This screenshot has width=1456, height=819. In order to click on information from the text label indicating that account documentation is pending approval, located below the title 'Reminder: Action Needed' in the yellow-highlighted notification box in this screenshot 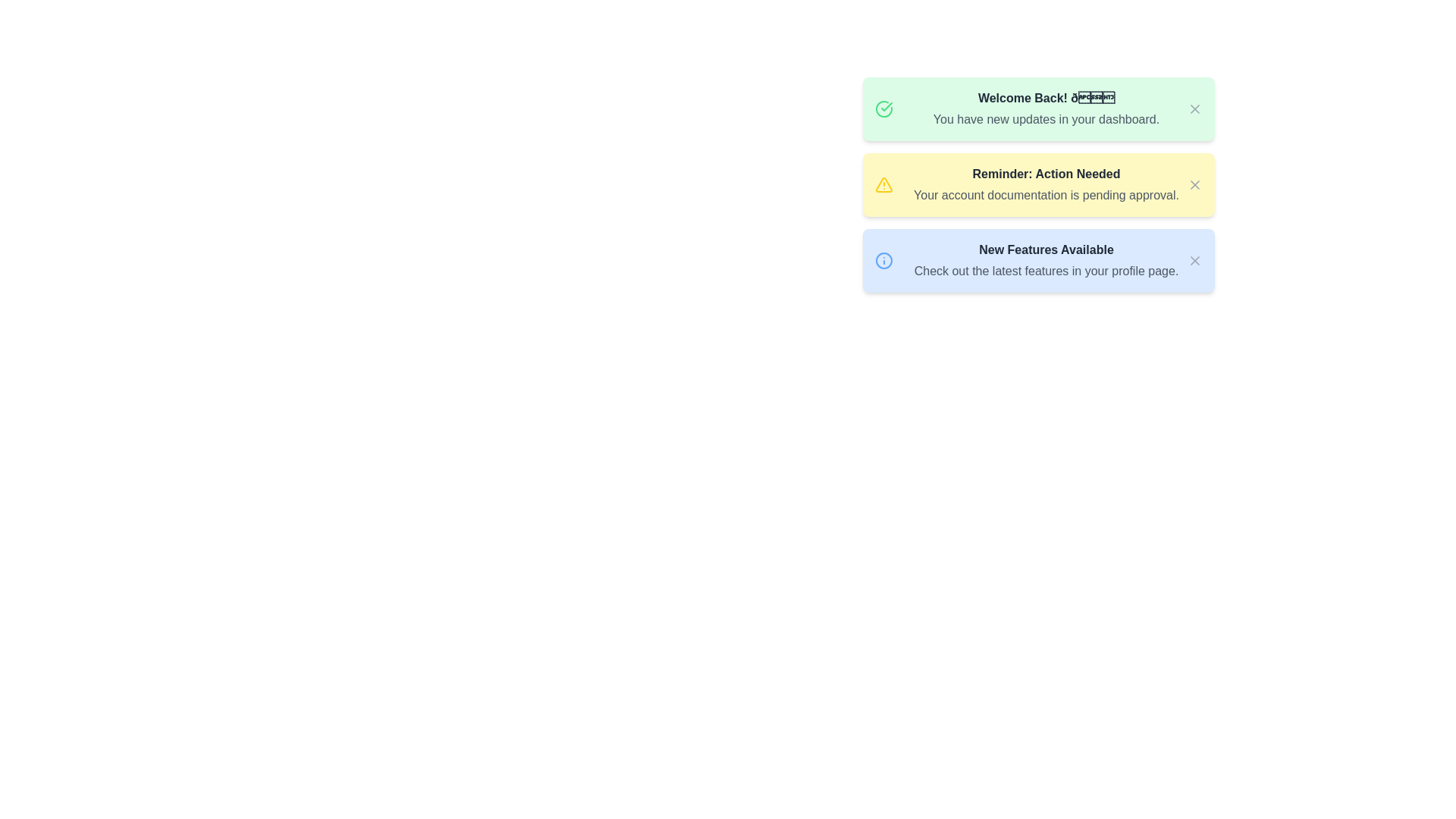, I will do `click(1046, 195)`.